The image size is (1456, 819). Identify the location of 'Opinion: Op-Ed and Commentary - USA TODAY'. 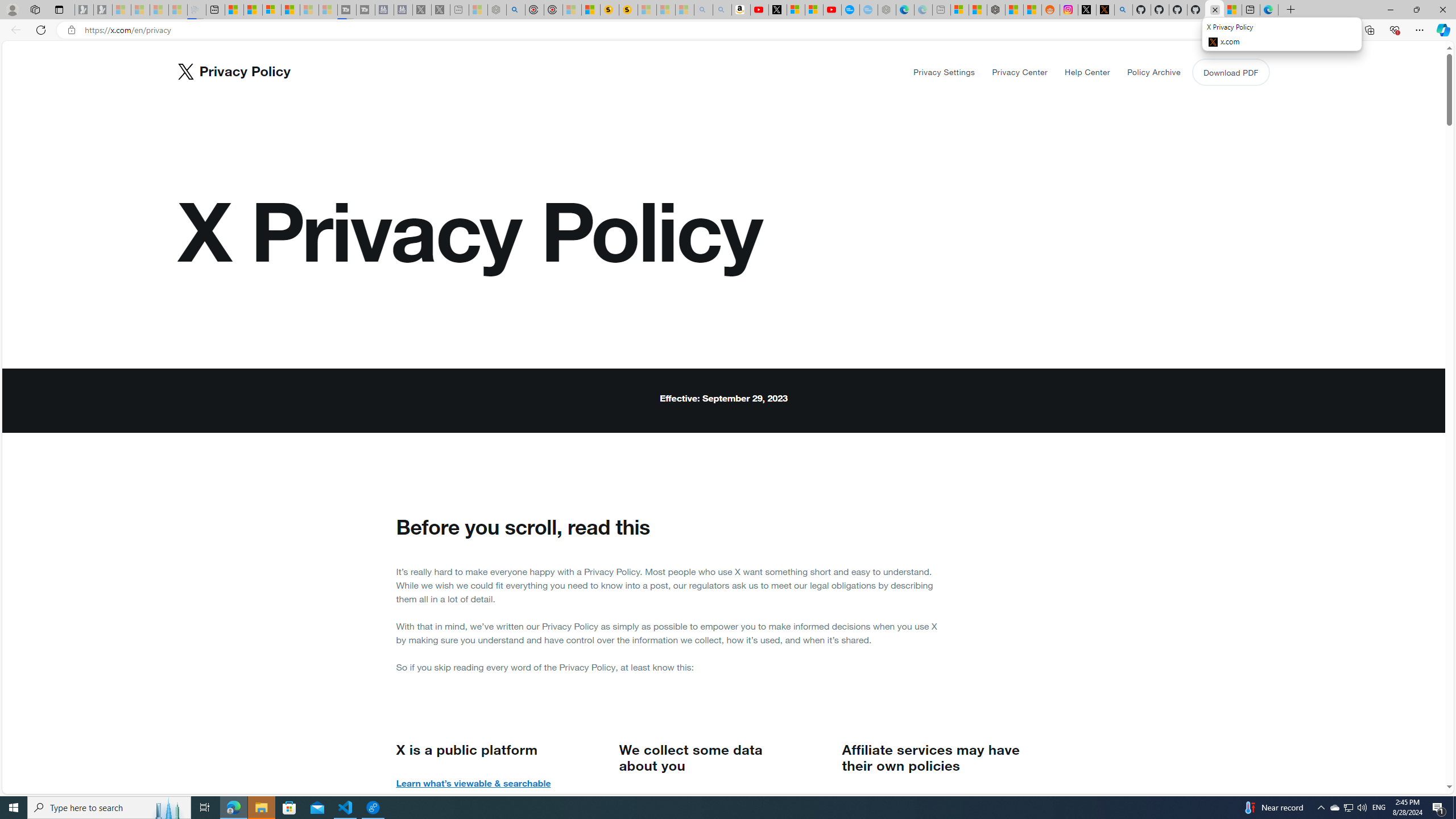
(851, 9).